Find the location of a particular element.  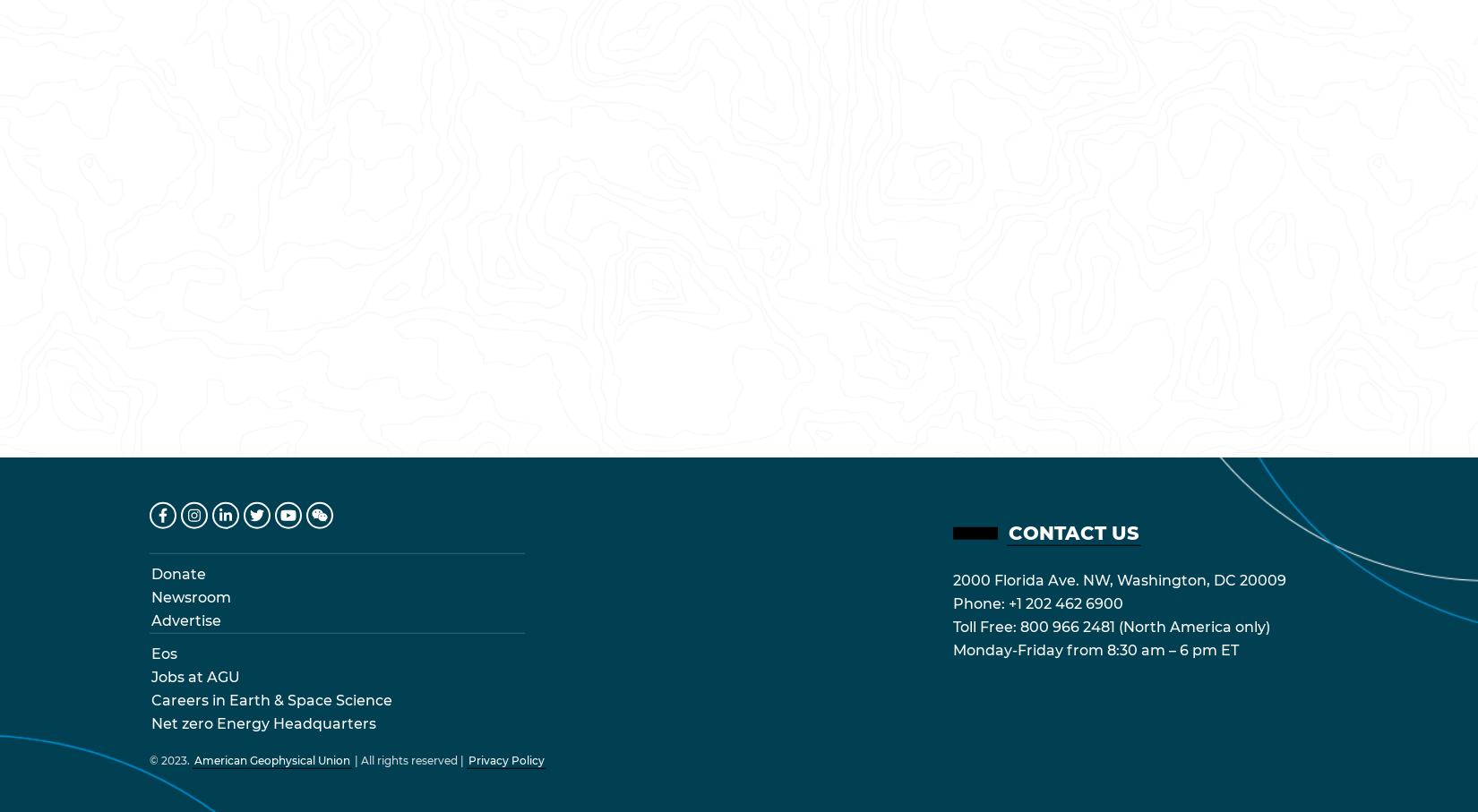

'Contact Us' is located at coordinates (1074, 531).